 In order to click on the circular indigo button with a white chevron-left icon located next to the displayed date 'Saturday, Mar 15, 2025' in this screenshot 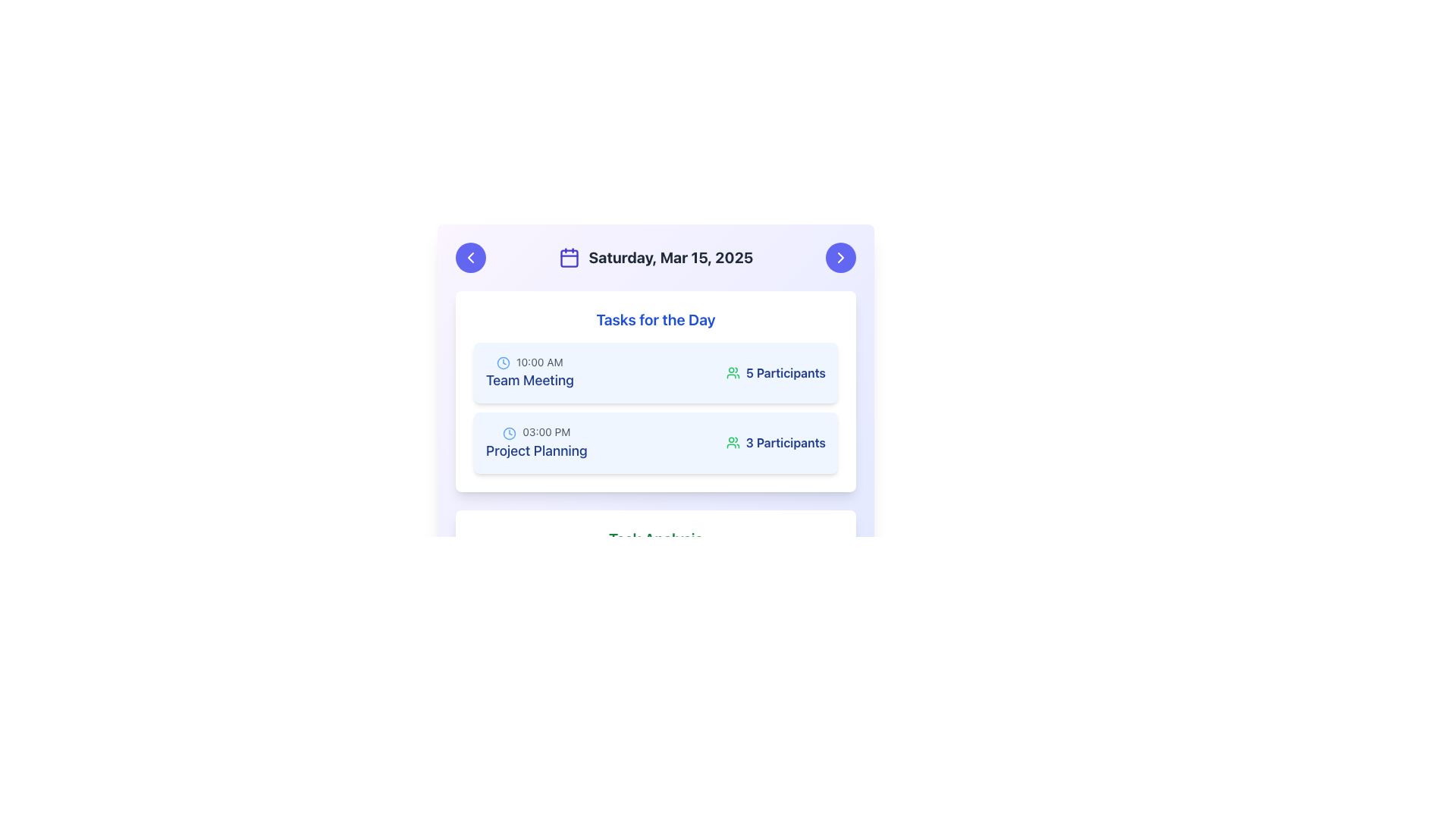, I will do `click(469, 256)`.